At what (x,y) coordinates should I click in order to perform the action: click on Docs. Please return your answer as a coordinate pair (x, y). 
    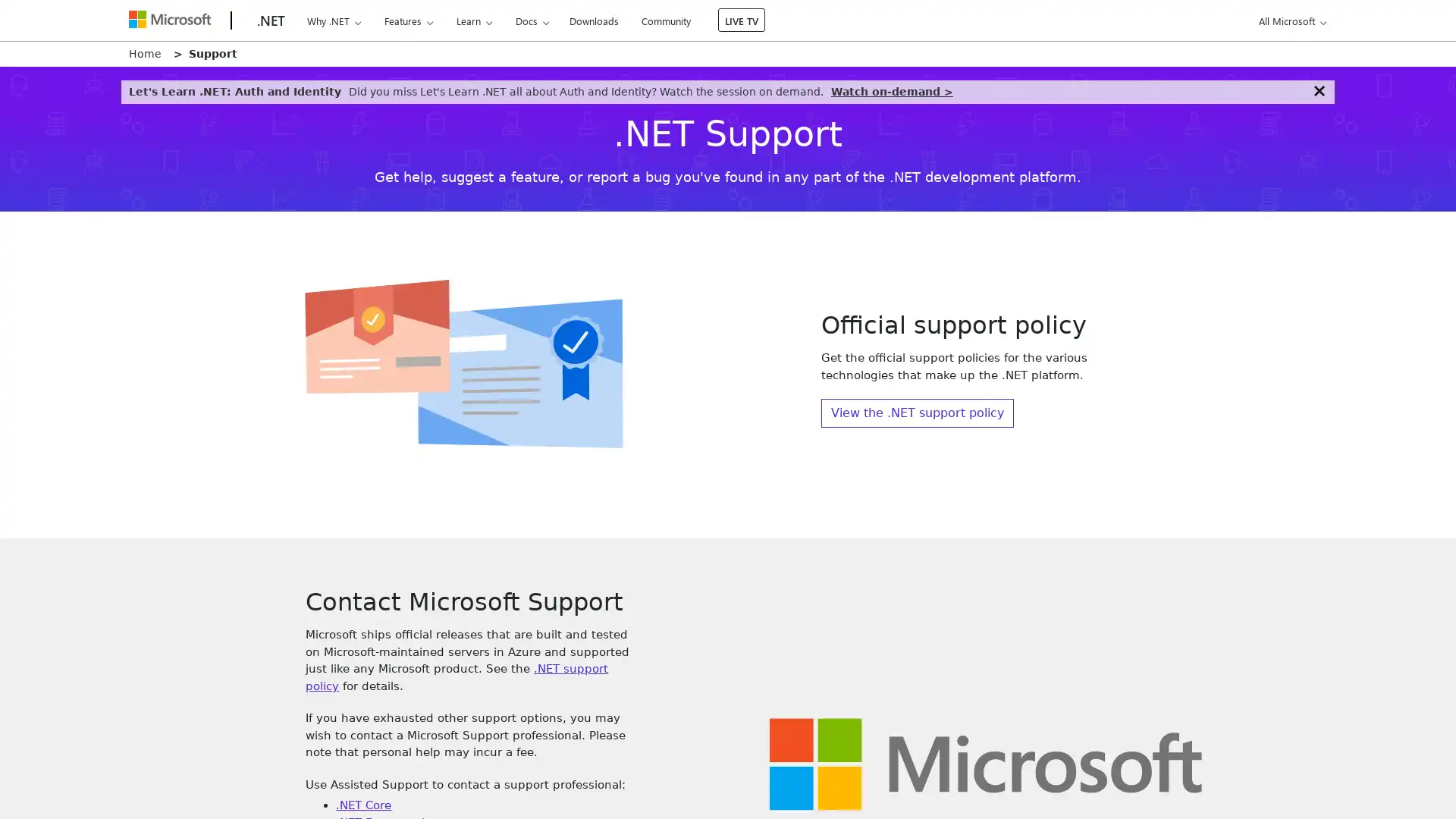
    Looking at the image, I should click on (532, 20).